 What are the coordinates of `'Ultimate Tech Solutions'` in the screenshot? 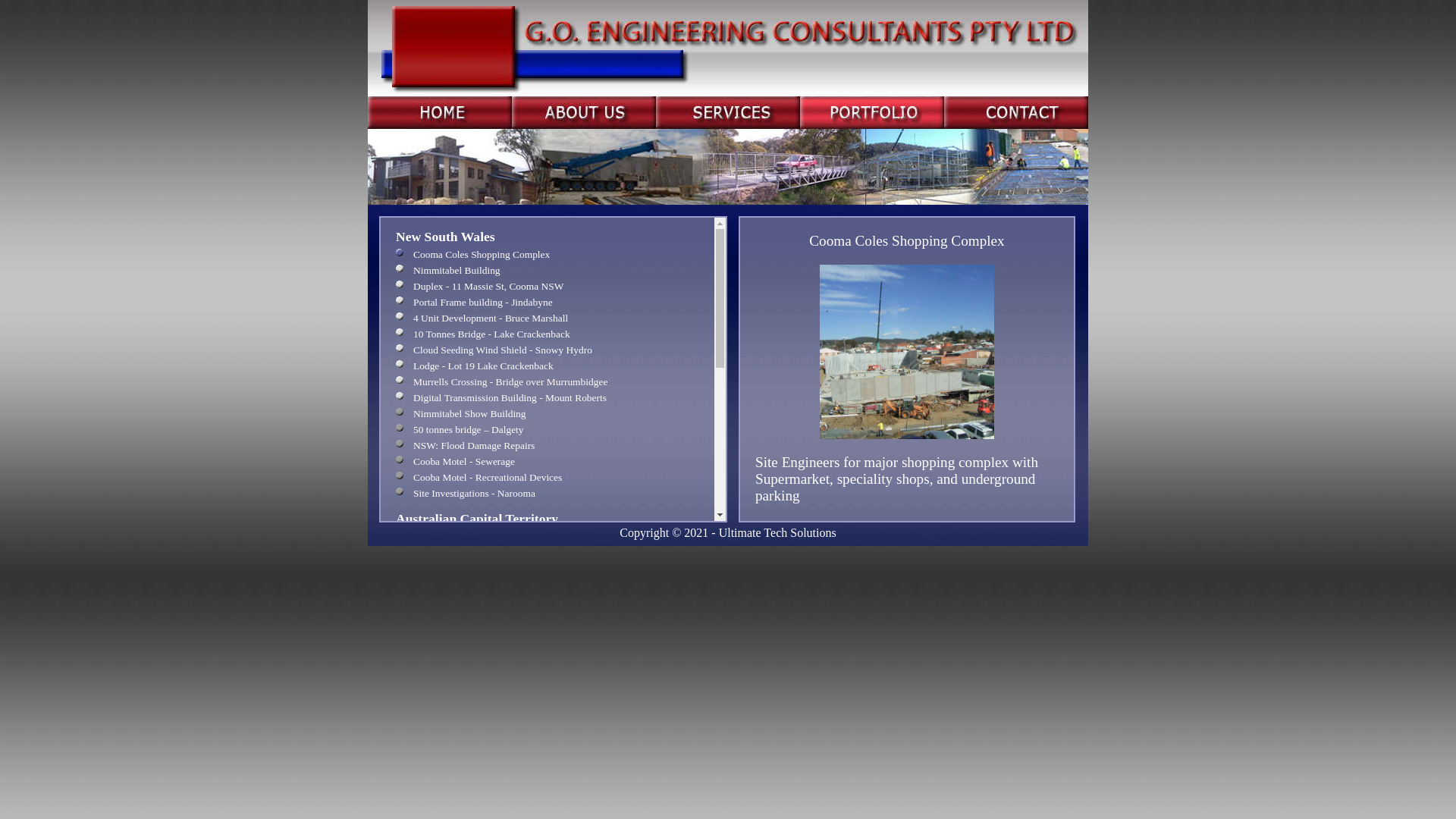 It's located at (777, 532).